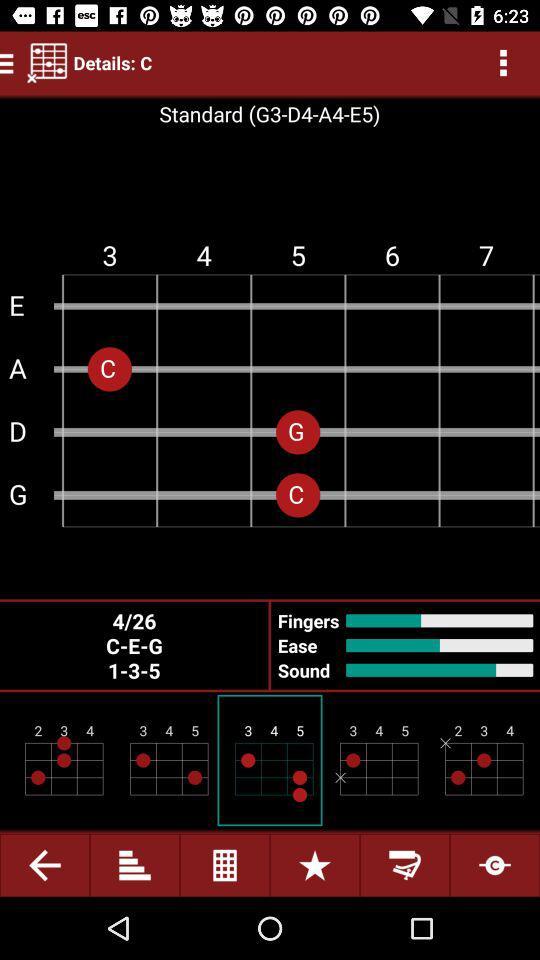 The image size is (540, 960). I want to click on the left  side of the text delailsc, so click(47, 62).